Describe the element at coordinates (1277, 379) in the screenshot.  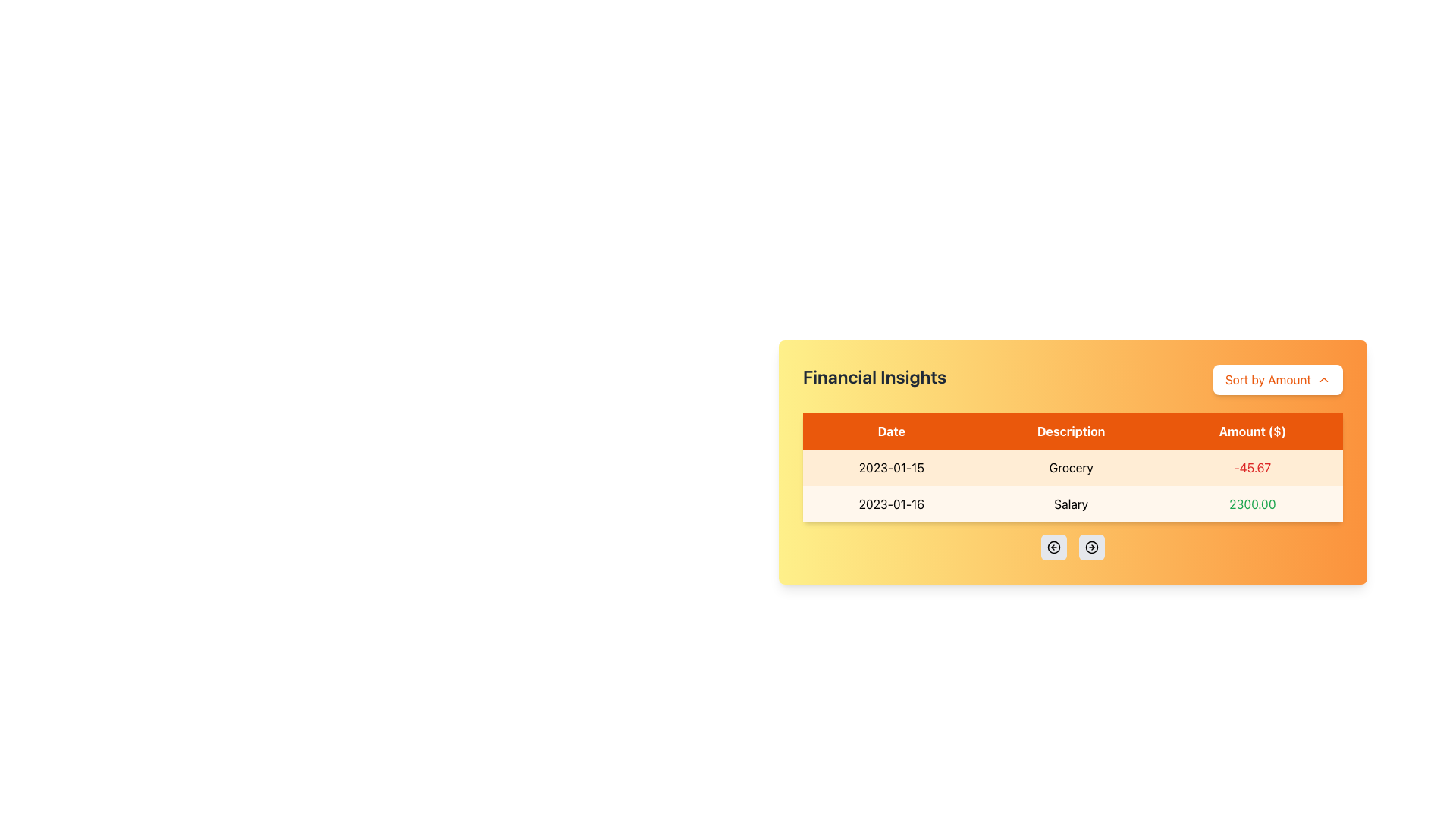
I see `the sorting button located to the right of the 'Financial Insights' title to sort items by the amount column` at that location.